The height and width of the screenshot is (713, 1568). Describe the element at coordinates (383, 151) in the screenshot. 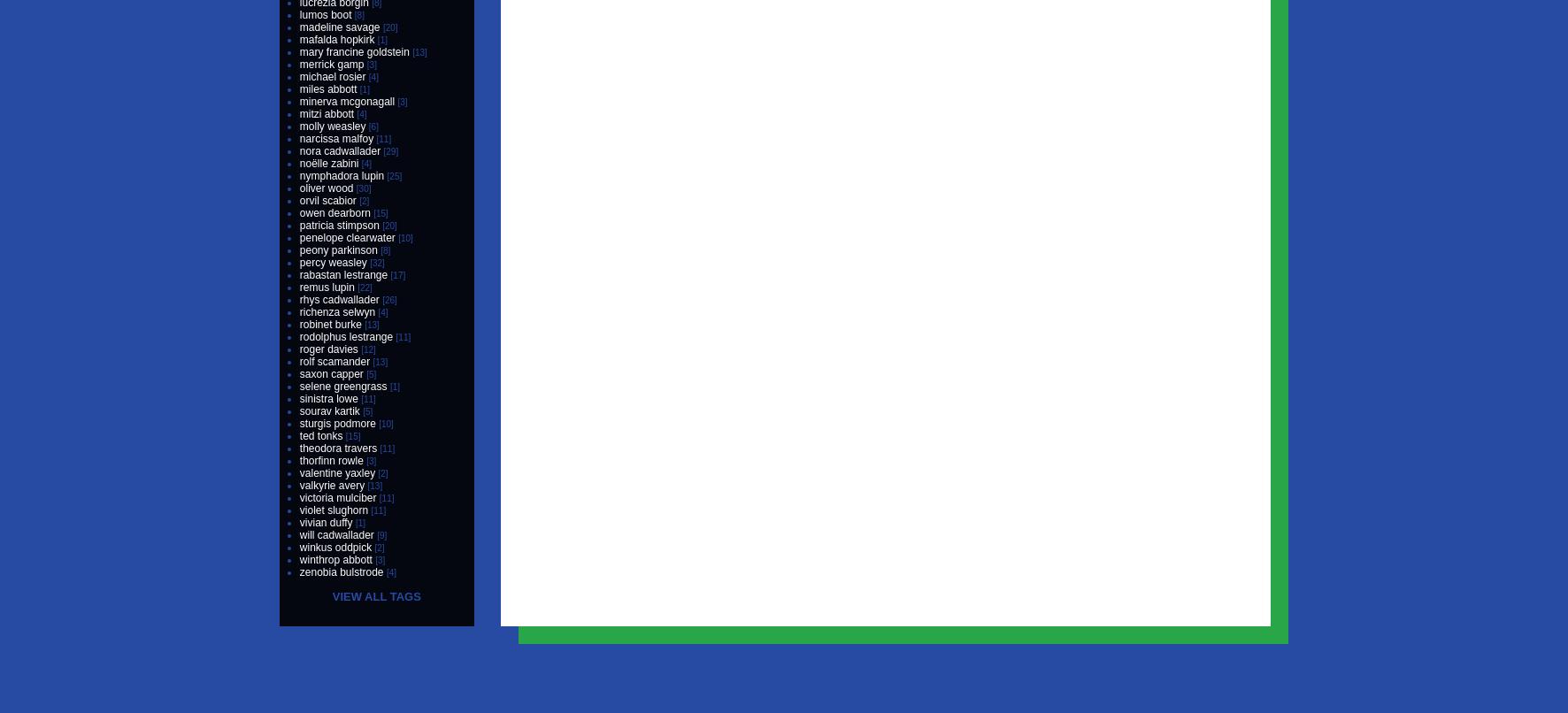

I see `'[29]'` at that location.